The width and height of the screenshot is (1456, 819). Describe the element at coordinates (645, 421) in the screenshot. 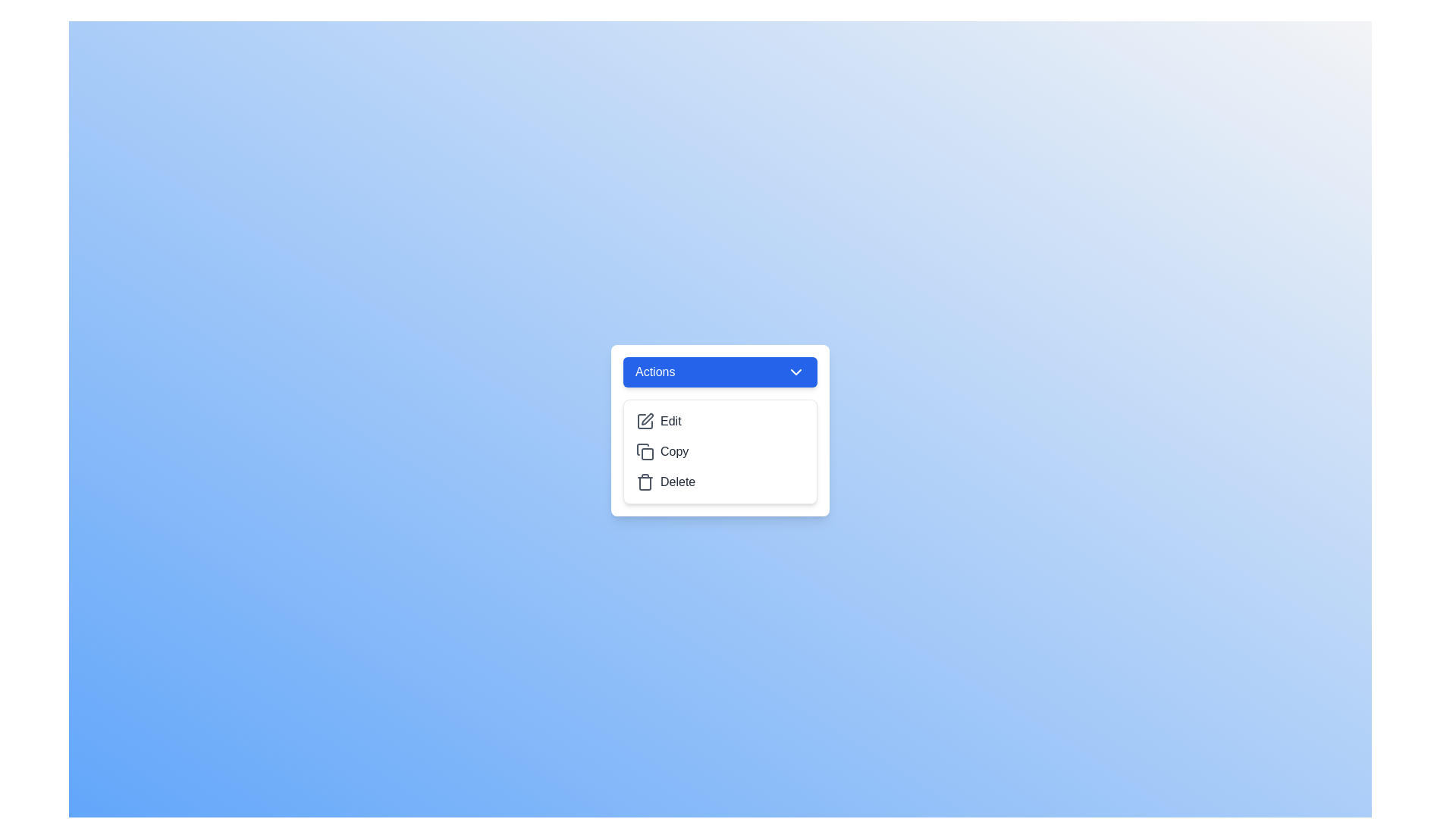

I see `the pencil icon with a gray outline located to the left of the 'Edit' option in the dropdown menu under the 'Actions' button` at that location.